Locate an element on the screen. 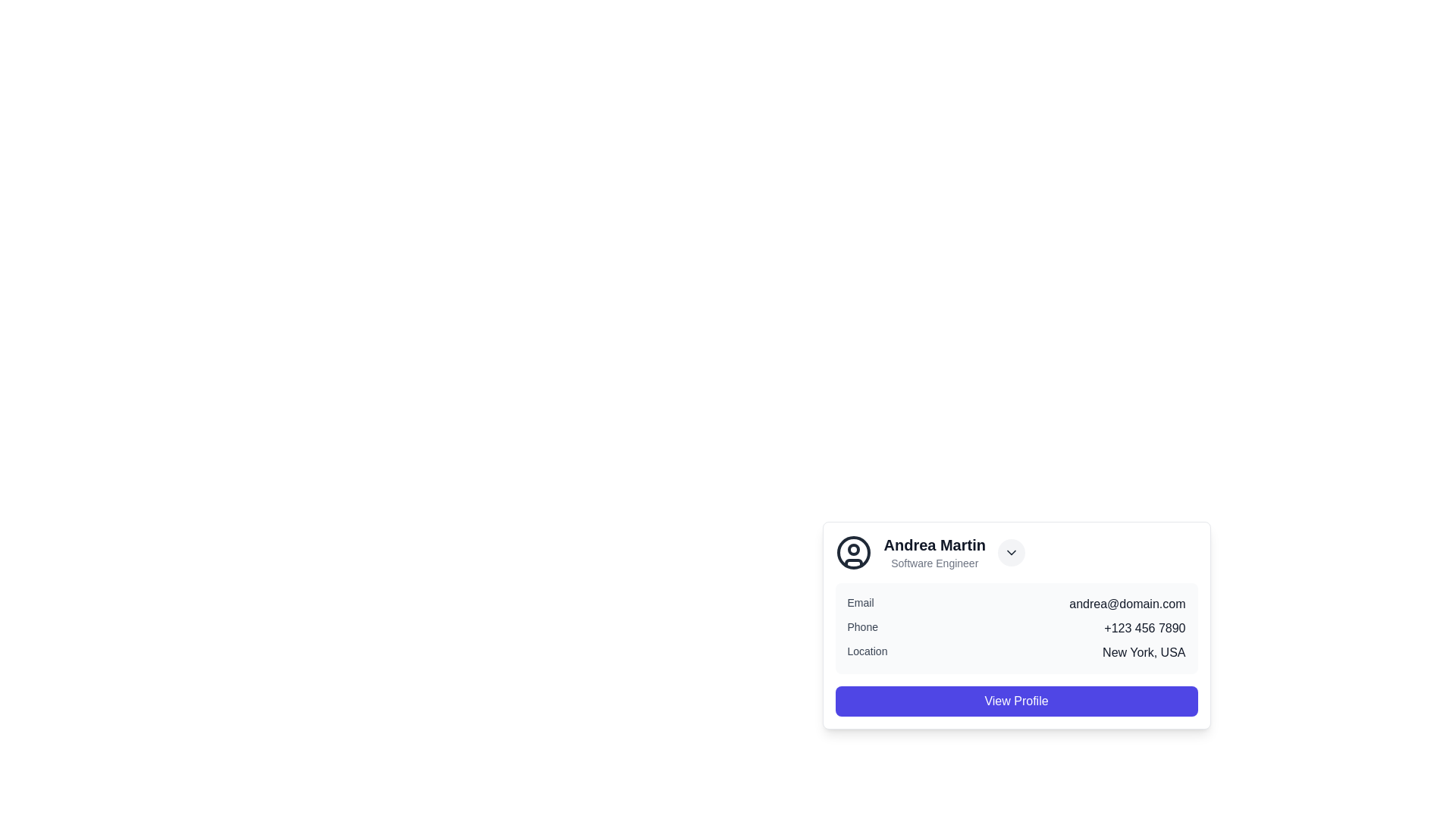 The height and width of the screenshot is (819, 1456). the small circular Icon component located in the top-left region of the graphical user icon on the profile card is located at coordinates (853, 550).